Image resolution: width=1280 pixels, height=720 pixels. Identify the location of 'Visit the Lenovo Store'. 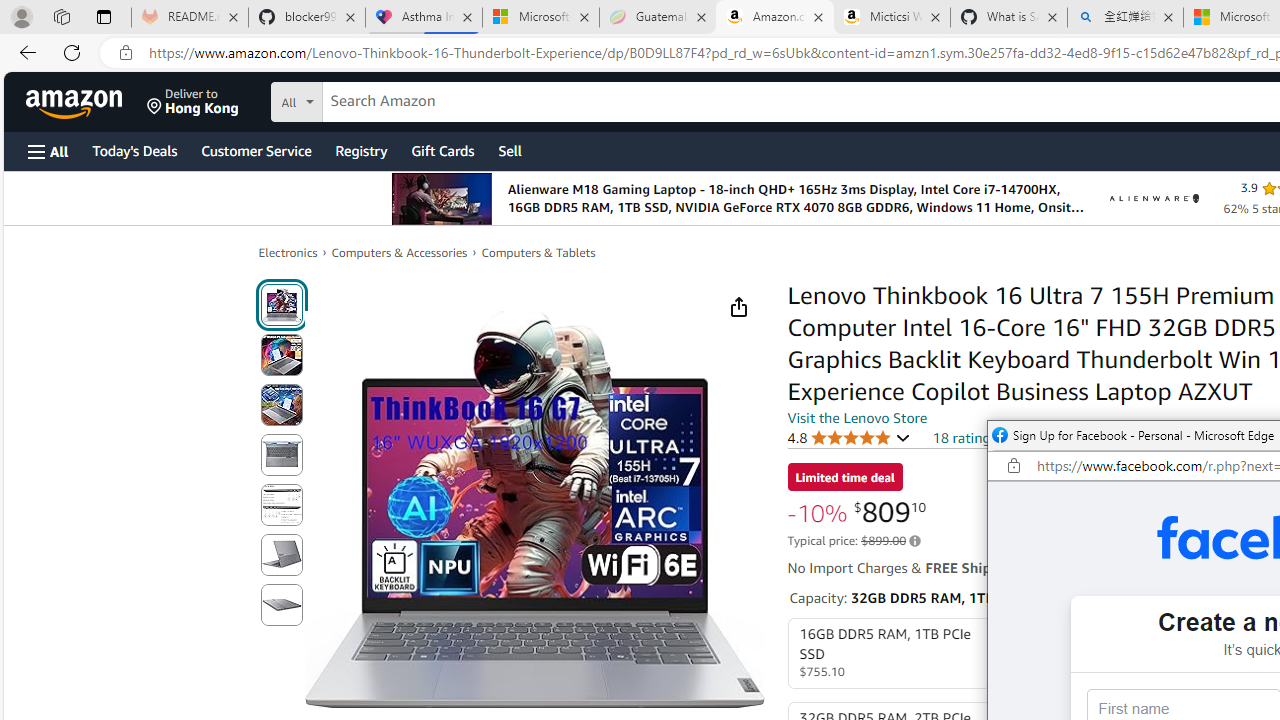
(857, 416).